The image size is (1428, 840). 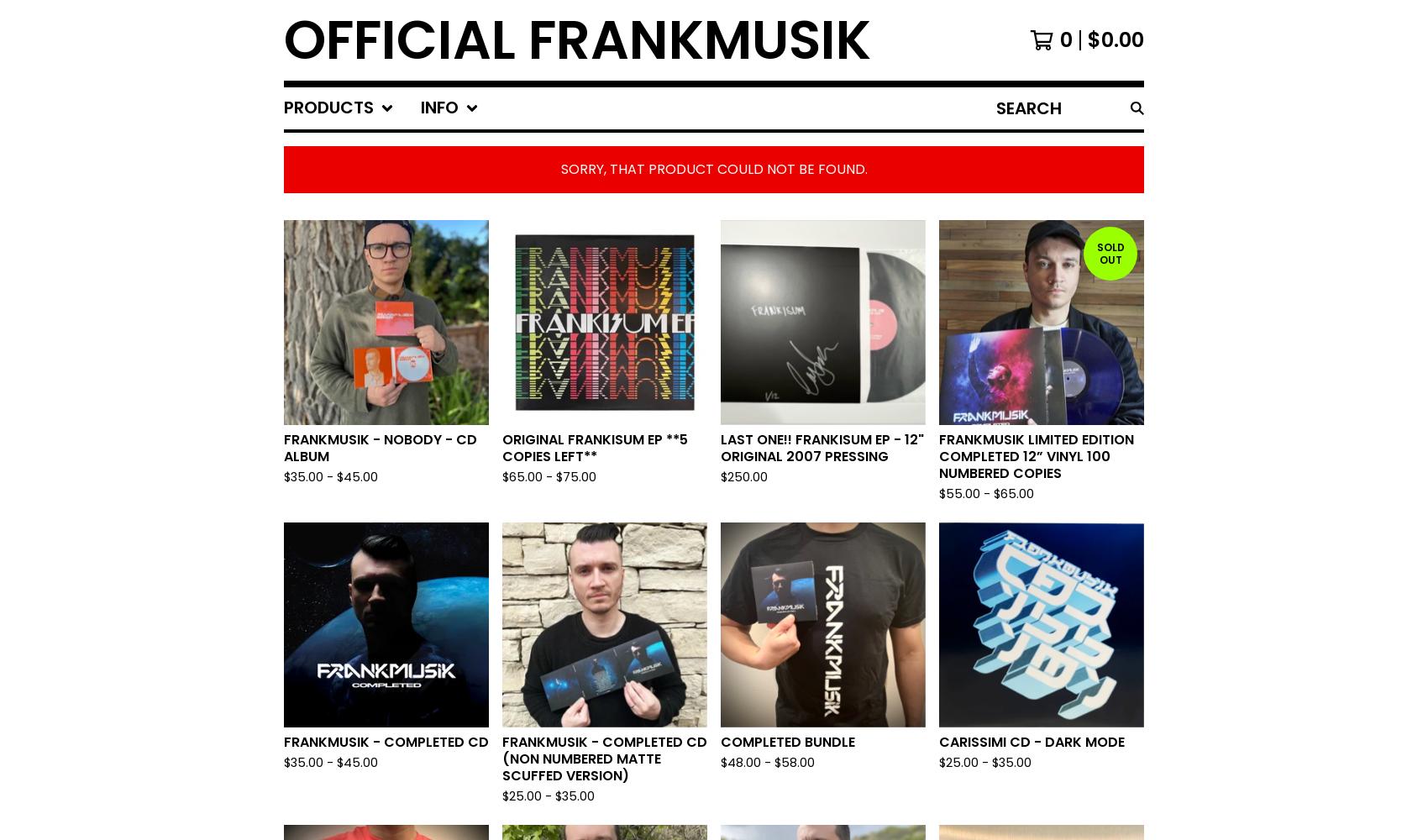 I want to click on '55.00 -', so click(x=946, y=493).